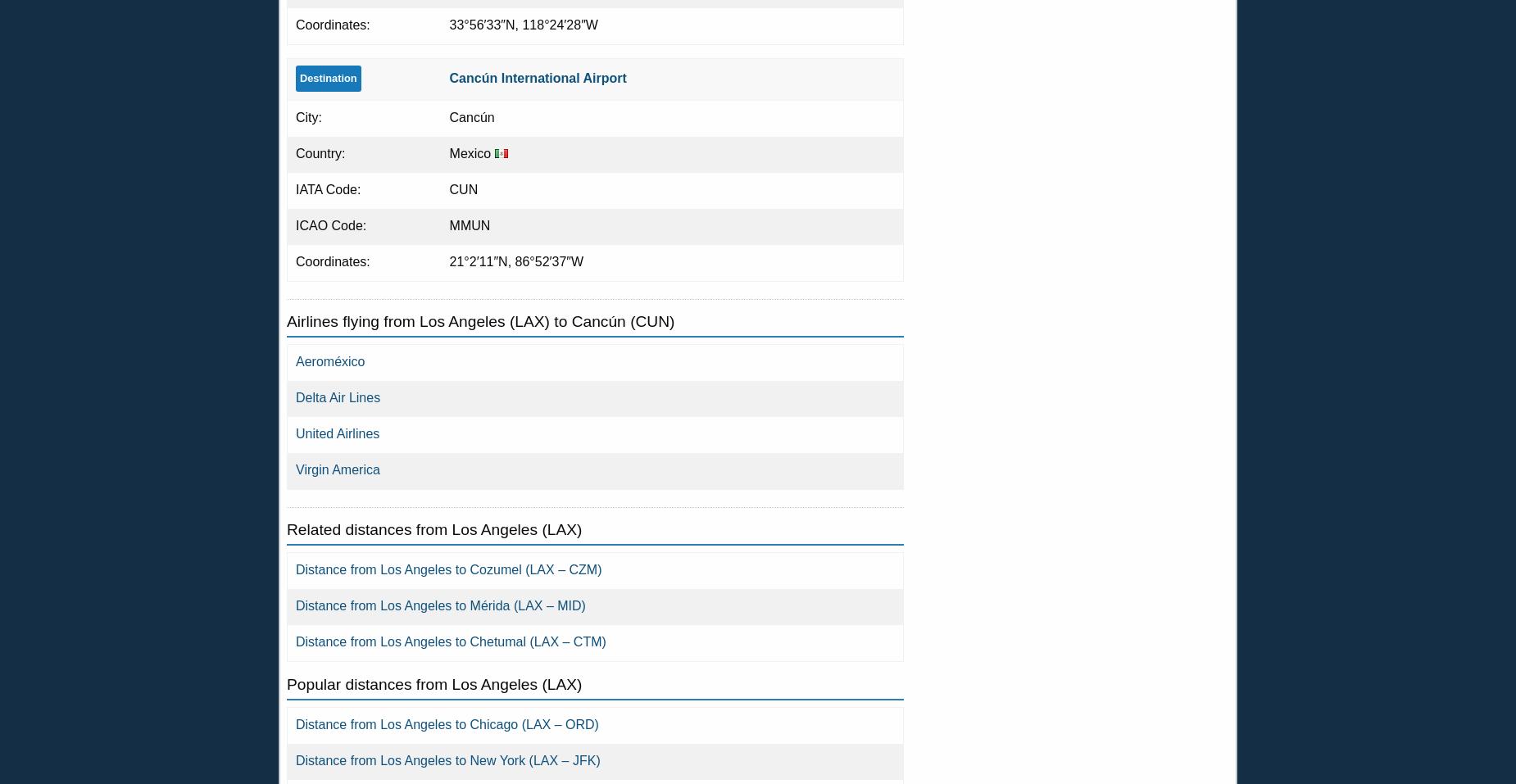 This screenshot has width=1516, height=784. I want to click on 'ICAO Code:', so click(330, 224).